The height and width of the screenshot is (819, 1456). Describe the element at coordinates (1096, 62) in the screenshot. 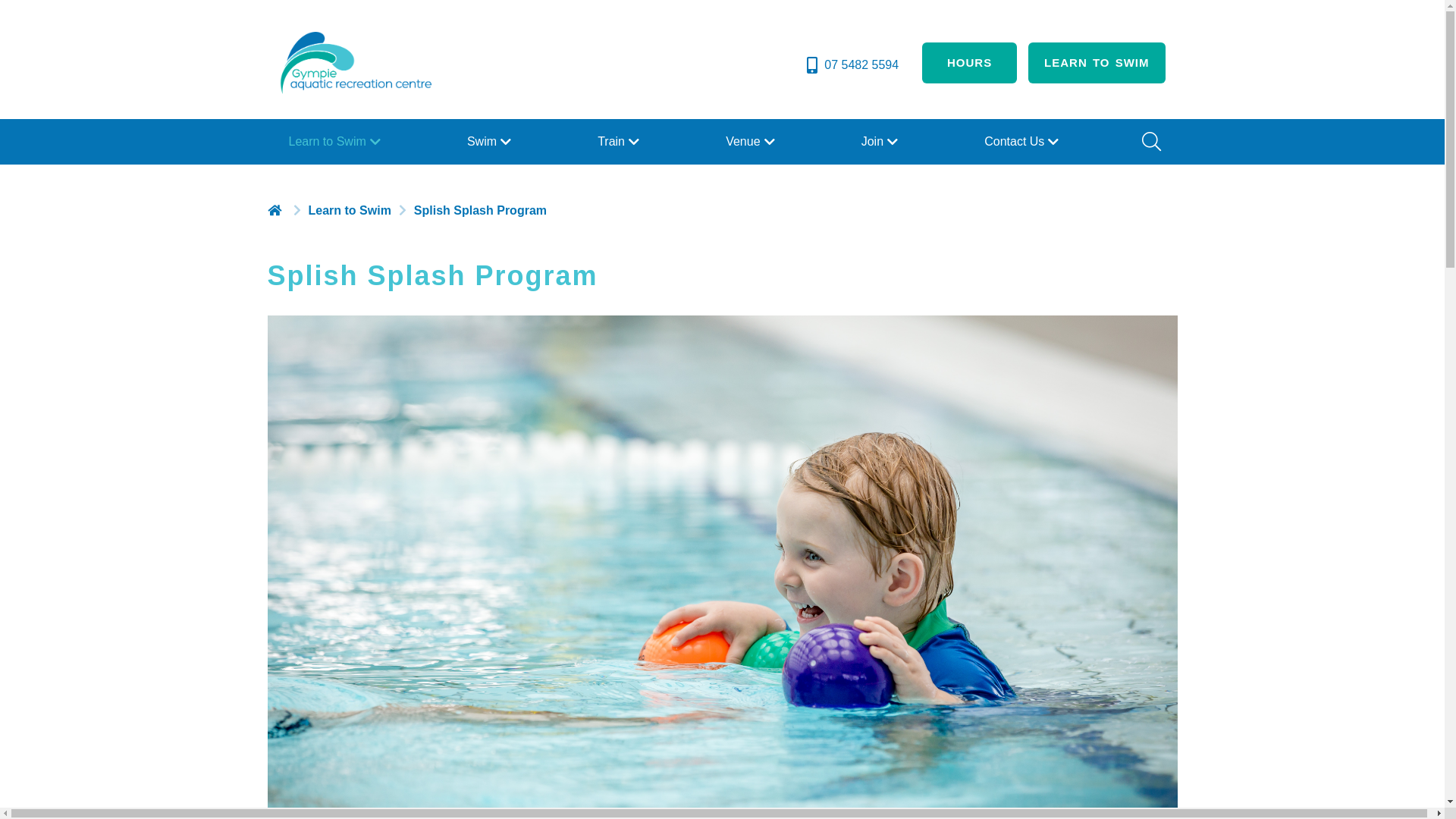

I see `'LEARN TO SWIM'` at that location.